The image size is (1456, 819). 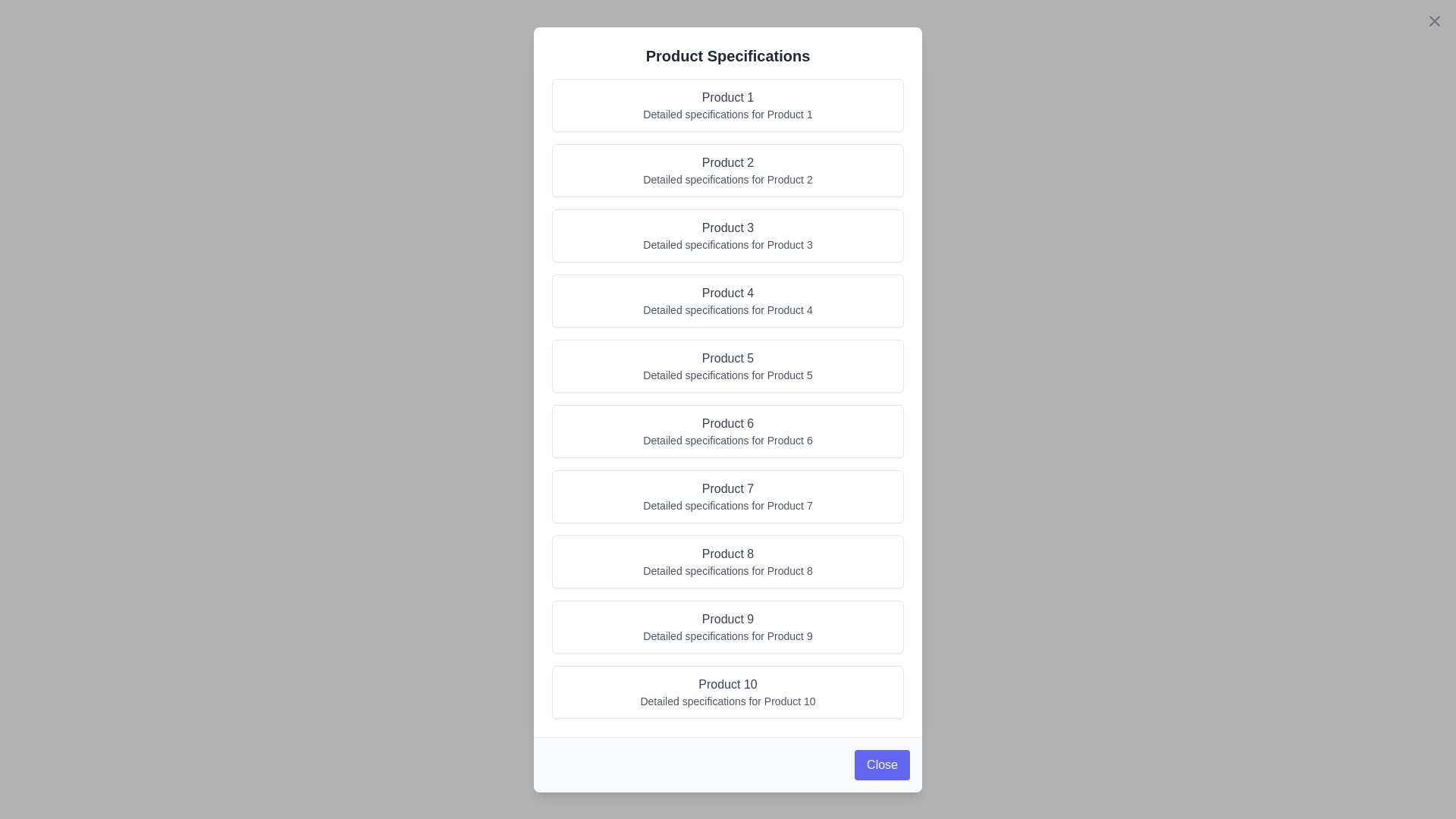 I want to click on close button in the top-right corner of the dialog, so click(x=1433, y=20).